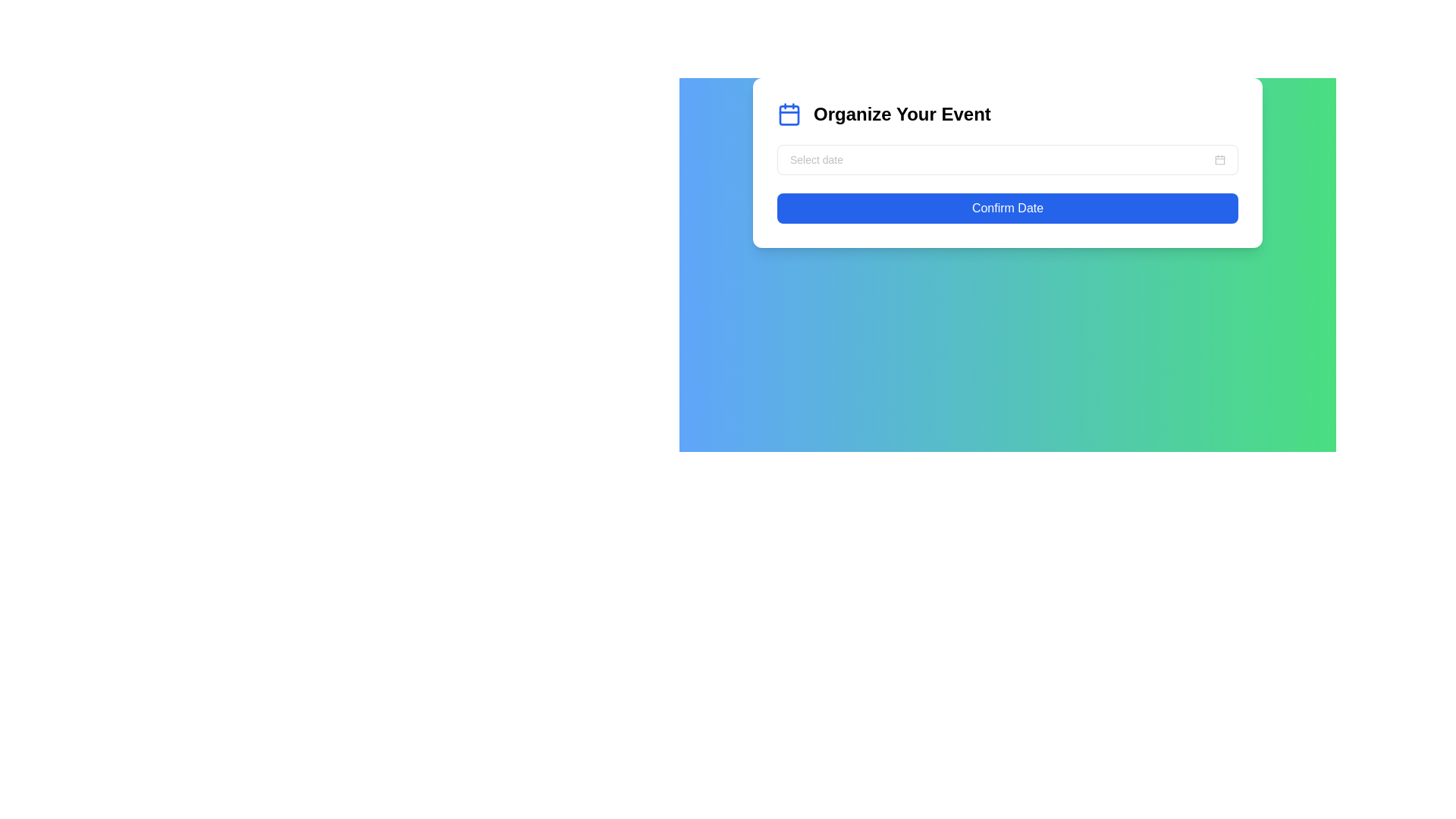 Image resolution: width=1456 pixels, height=819 pixels. What do you see at coordinates (789, 113) in the screenshot?
I see `properties of the calendar icon located to the left of the 'Organize Your Event' heading` at bounding box center [789, 113].